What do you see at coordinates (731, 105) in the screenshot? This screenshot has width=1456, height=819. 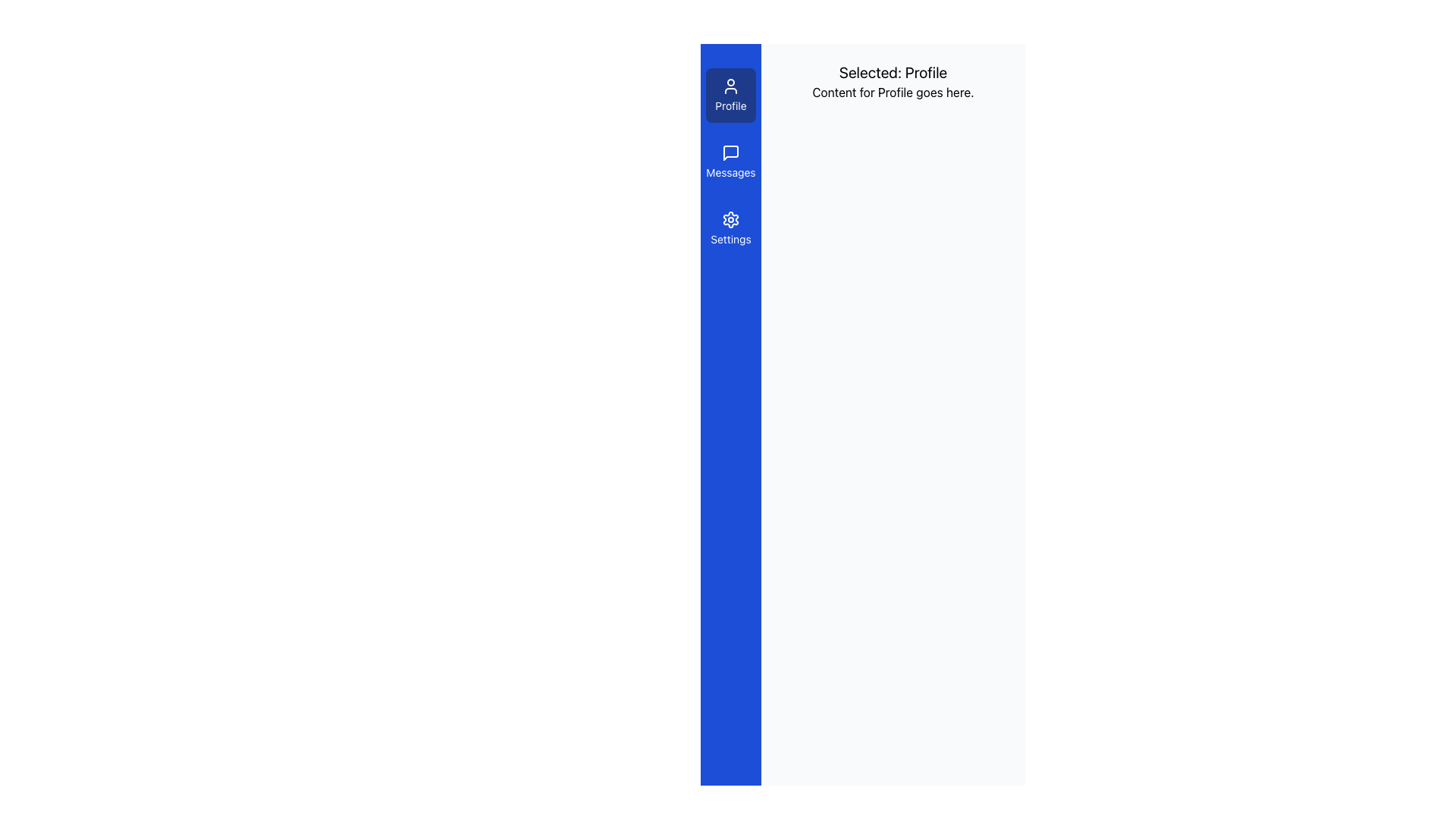 I see `text label 'Profile' located at the top of the navigation items in the left-side navigation bar, which is styled in white on a dark blue background and situated below a user silhouette icon` at bounding box center [731, 105].